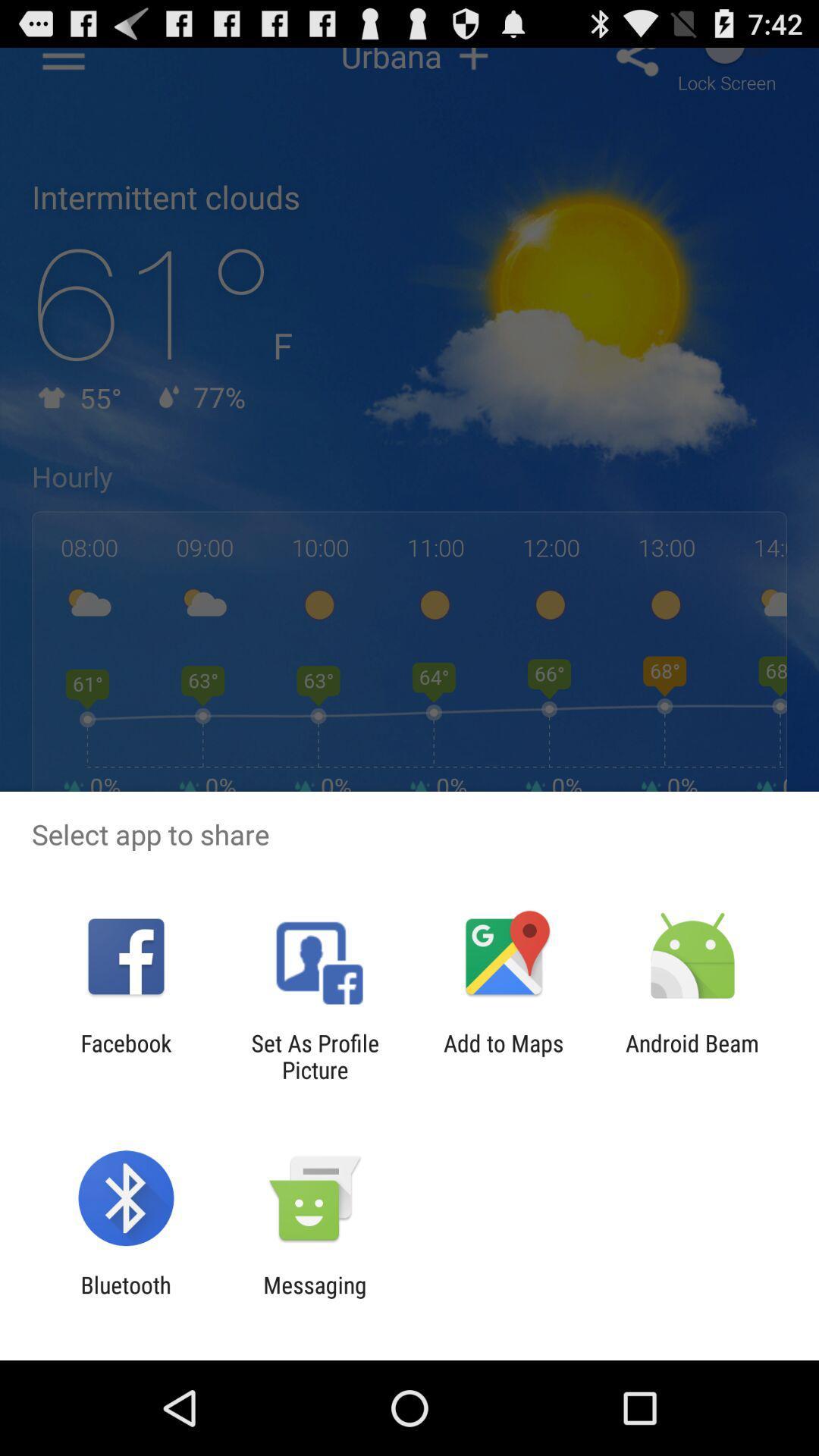 The height and width of the screenshot is (1456, 819). Describe the element at coordinates (314, 1056) in the screenshot. I see `the icon next to the add to maps item` at that location.